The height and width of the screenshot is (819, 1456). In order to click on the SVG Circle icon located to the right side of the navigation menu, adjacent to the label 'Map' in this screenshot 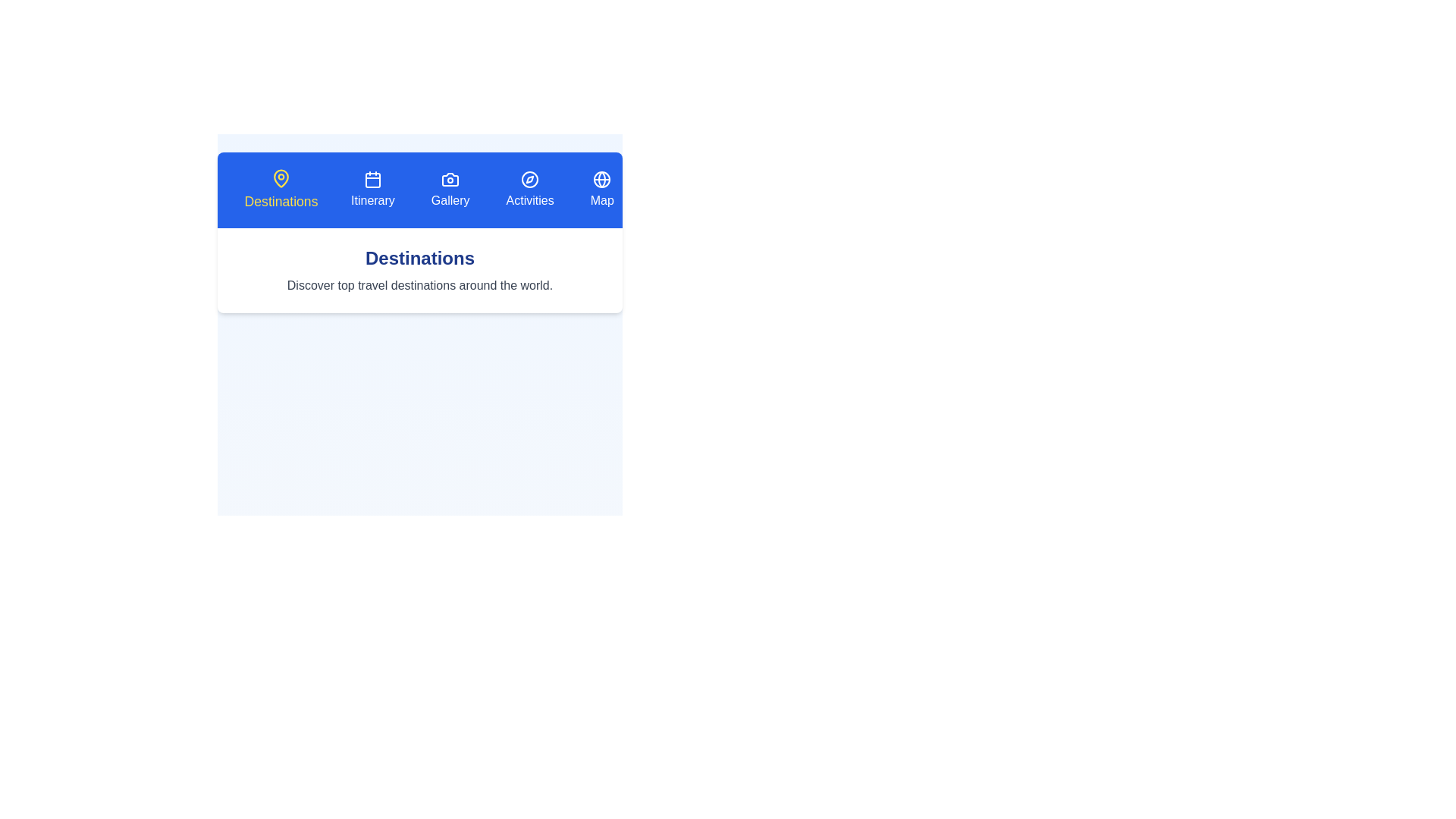, I will do `click(601, 178)`.